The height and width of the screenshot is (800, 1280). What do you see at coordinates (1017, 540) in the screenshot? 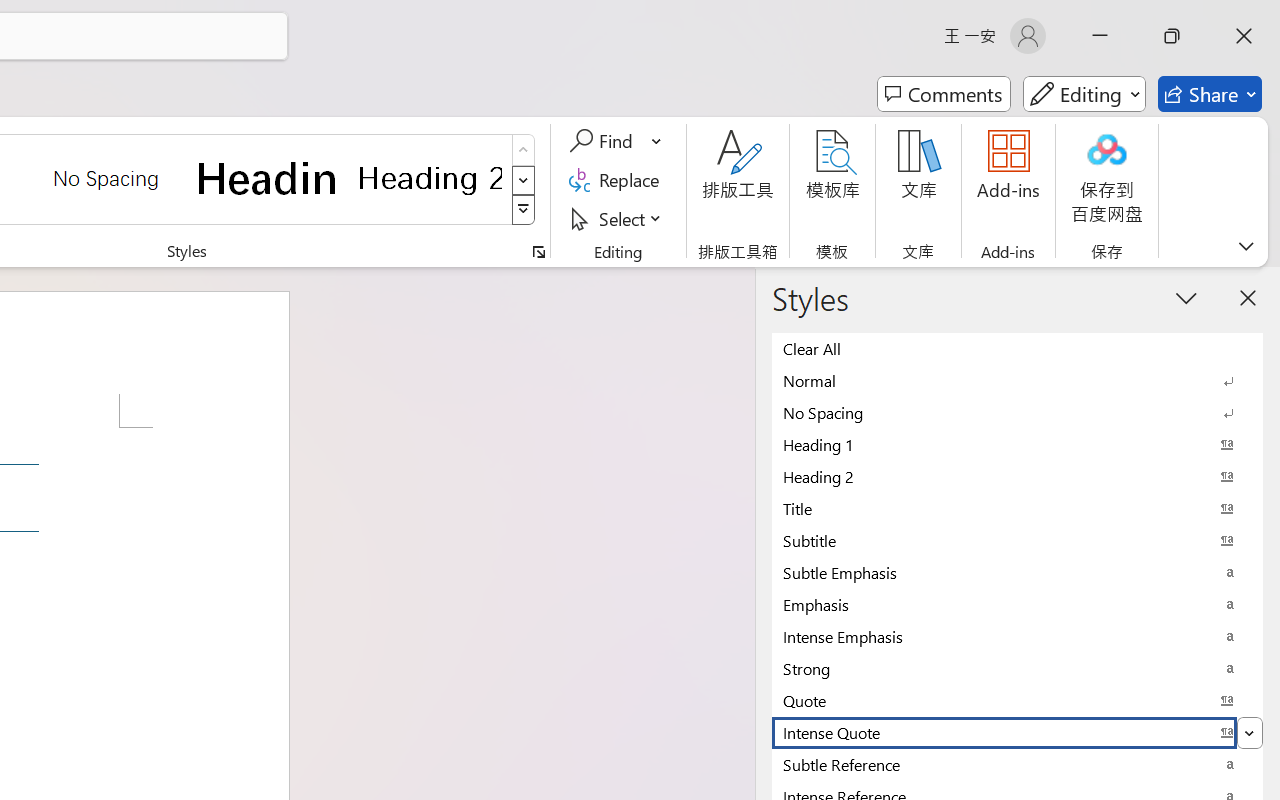
I see `'Subtitle'` at bounding box center [1017, 540].